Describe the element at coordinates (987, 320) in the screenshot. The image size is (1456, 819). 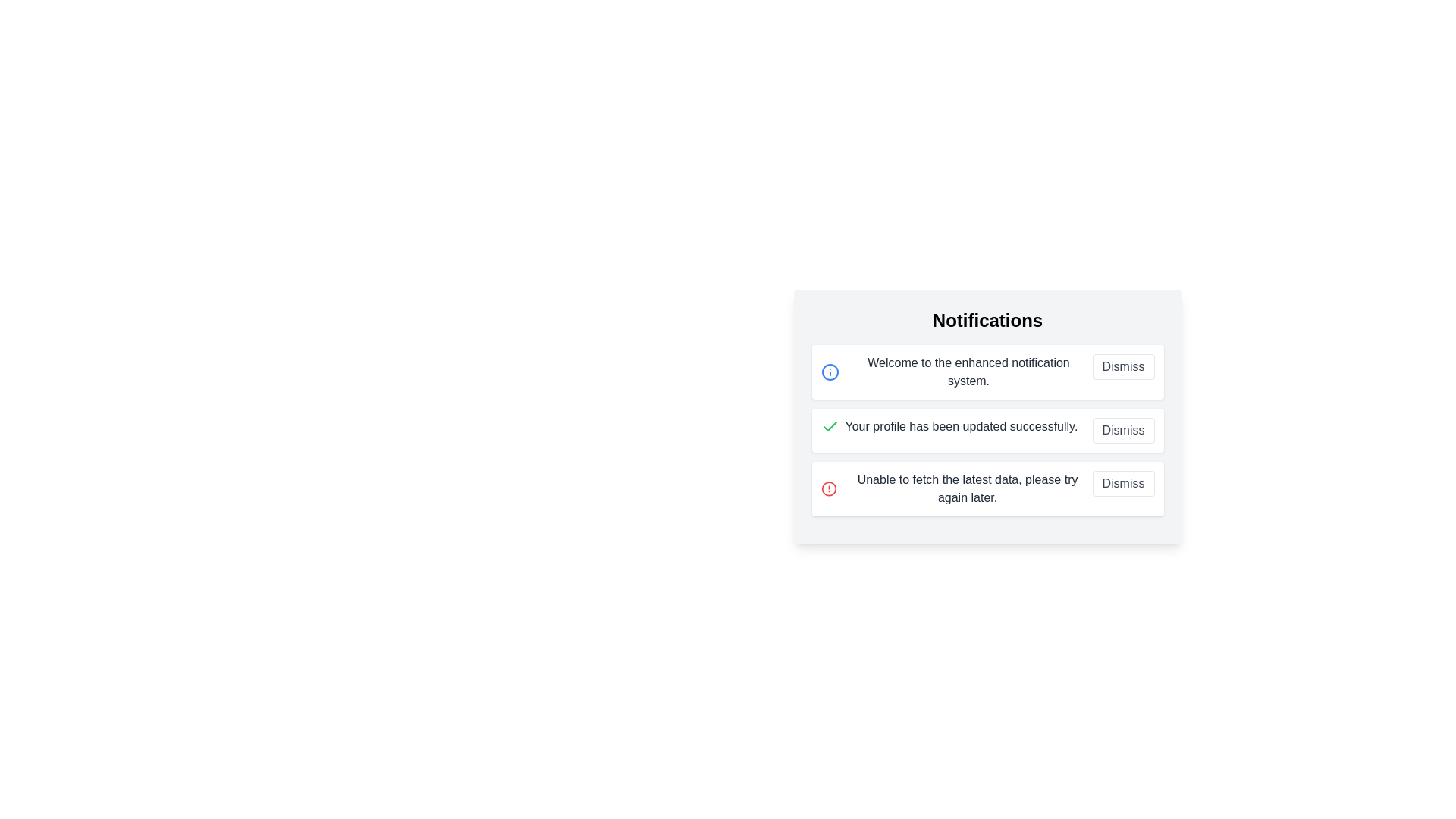
I see `text displayed in the 'Notifications' element, which is prominently shown in a bold, large font at the top of the notification panel` at that location.